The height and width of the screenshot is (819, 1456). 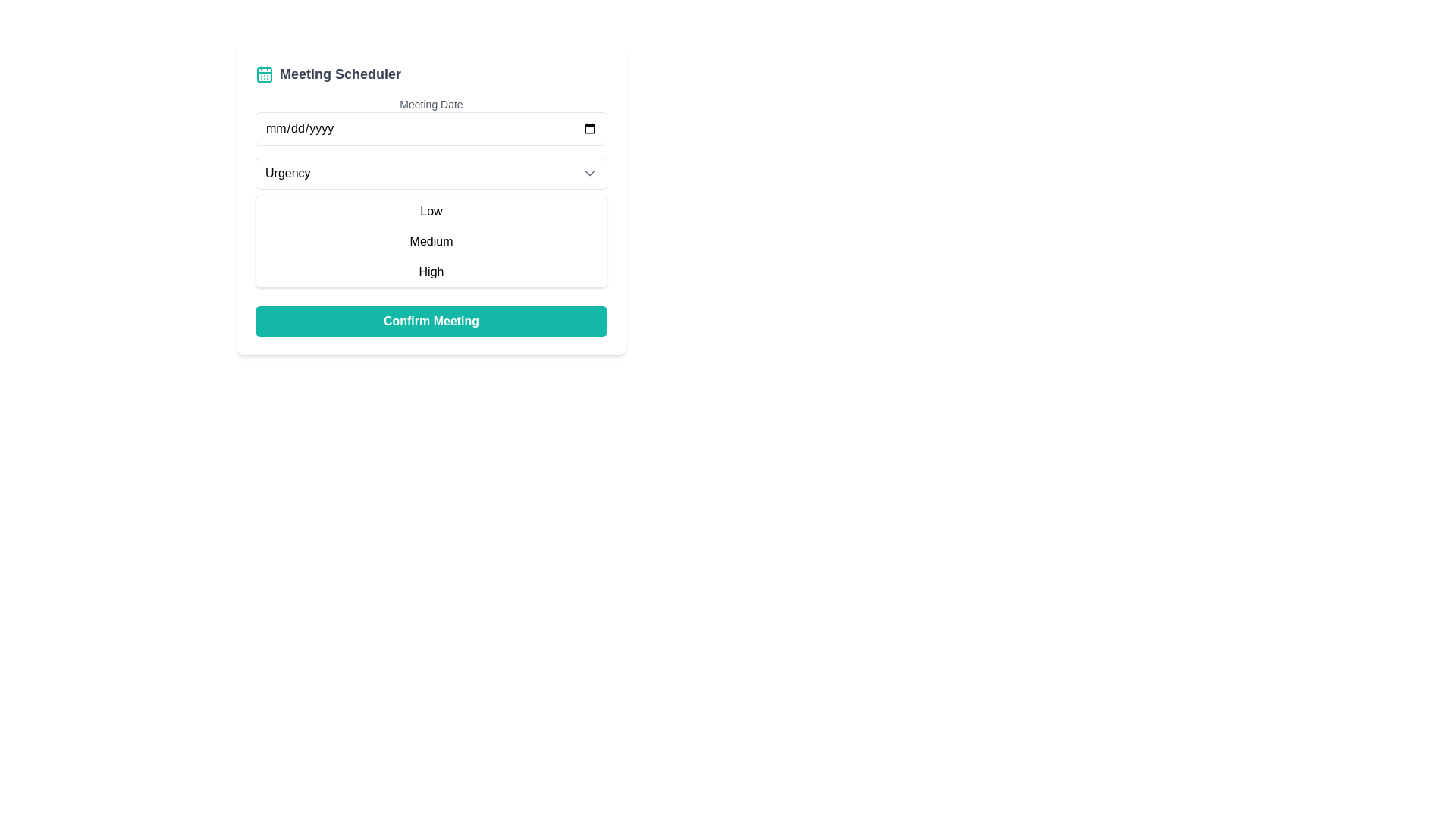 I want to click on the selectable list item labeled 'Low', so click(x=431, y=211).